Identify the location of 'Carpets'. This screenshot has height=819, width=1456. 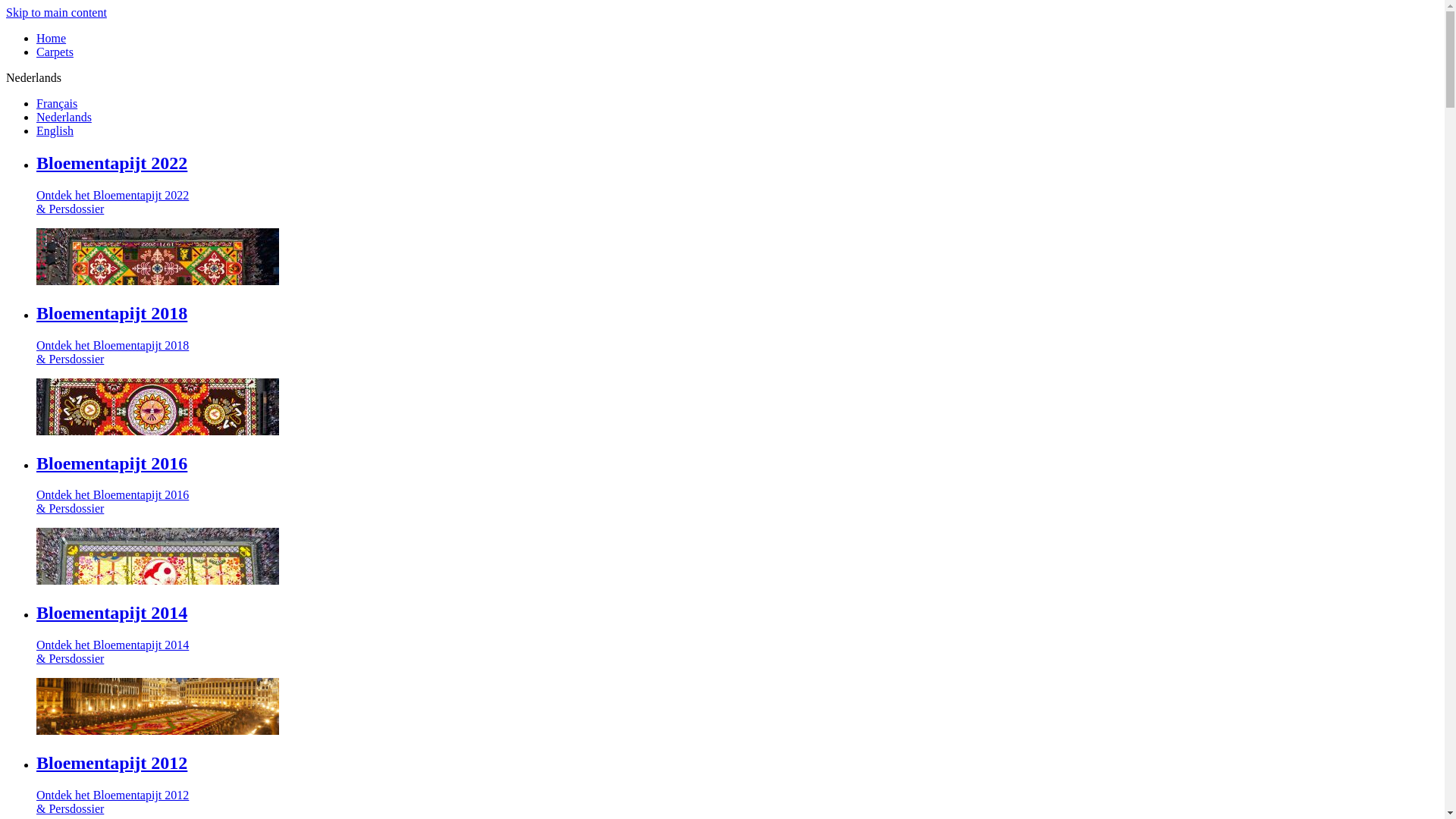
(55, 51).